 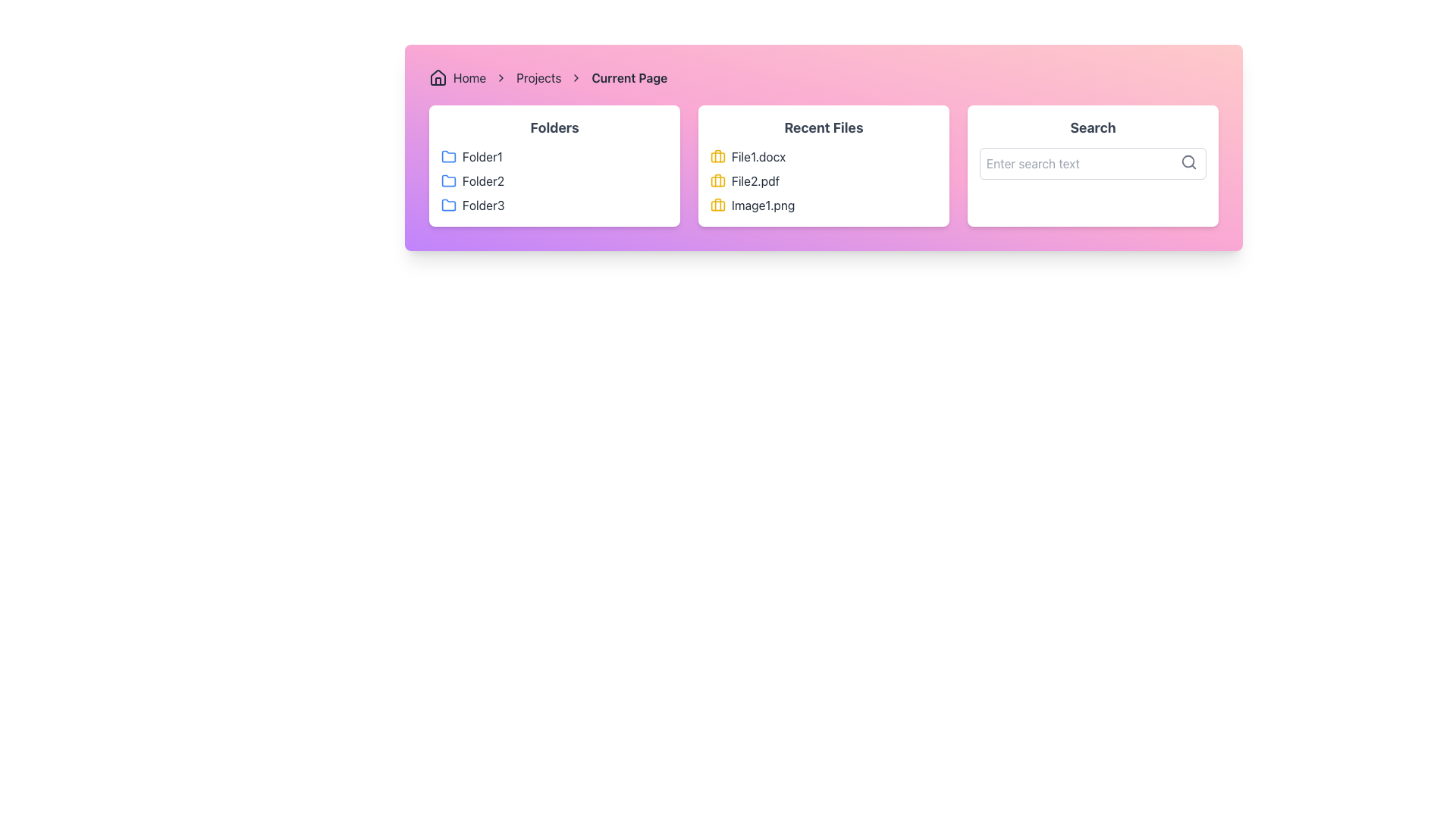 What do you see at coordinates (457, 78) in the screenshot?
I see `the 'Home' navigational link with an adjacent house icon in the breadcrumb navigation bar` at bounding box center [457, 78].